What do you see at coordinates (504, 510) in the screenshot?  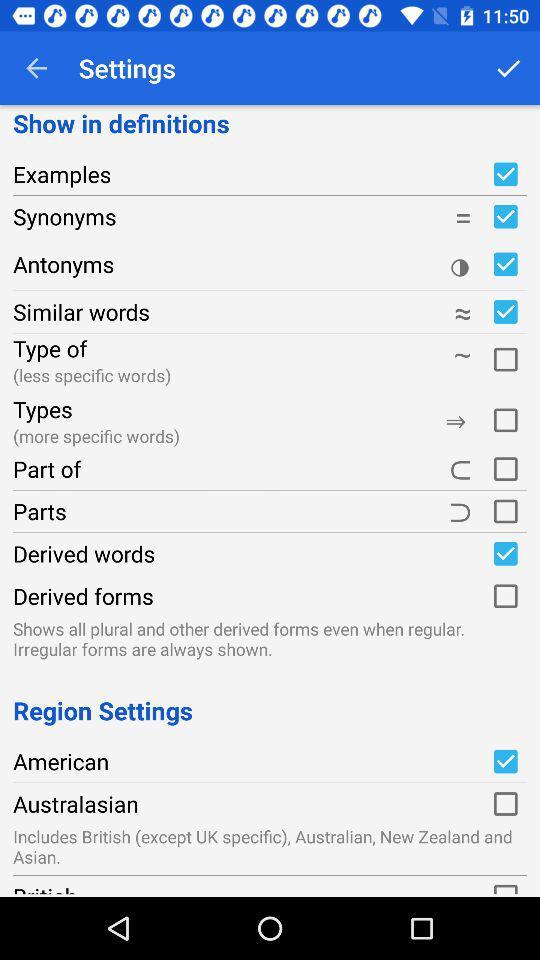 I see `show parts option` at bounding box center [504, 510].